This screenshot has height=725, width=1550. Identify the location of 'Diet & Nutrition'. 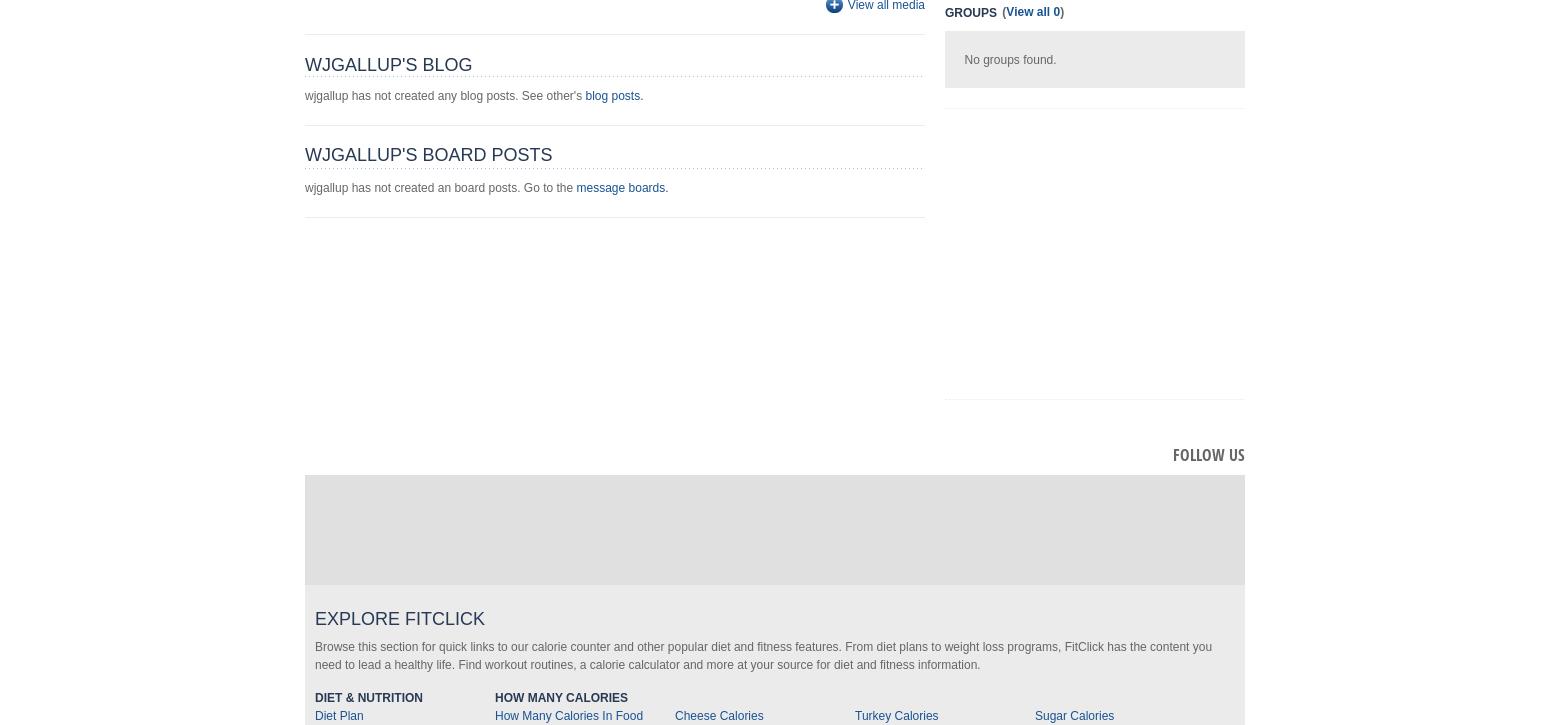
(368, 697).